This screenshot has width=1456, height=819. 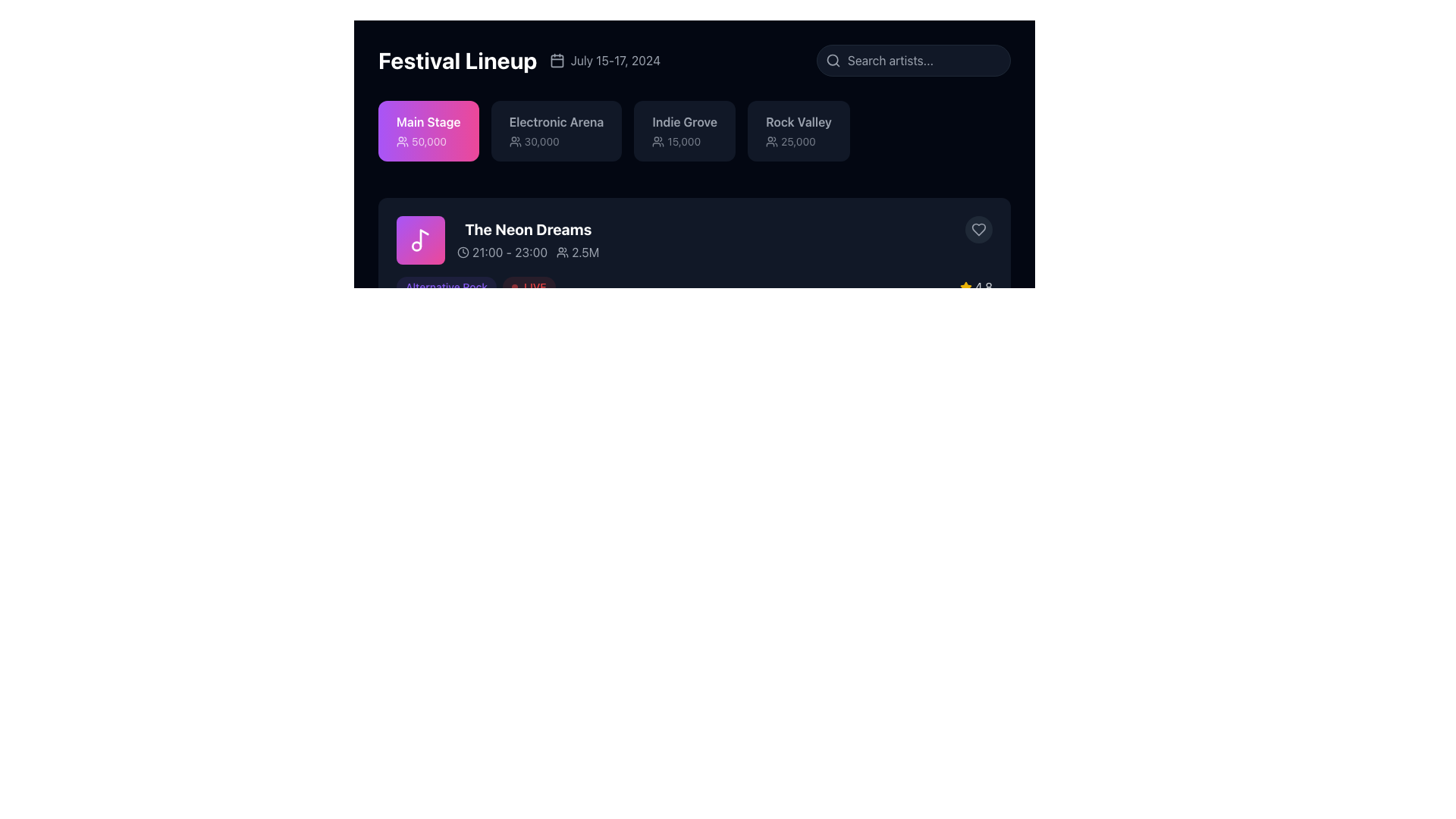 I want to click on the Display Text Block that provides information about an event, including its title, schedule, and estimated audience size, so click(x=528, y=239).